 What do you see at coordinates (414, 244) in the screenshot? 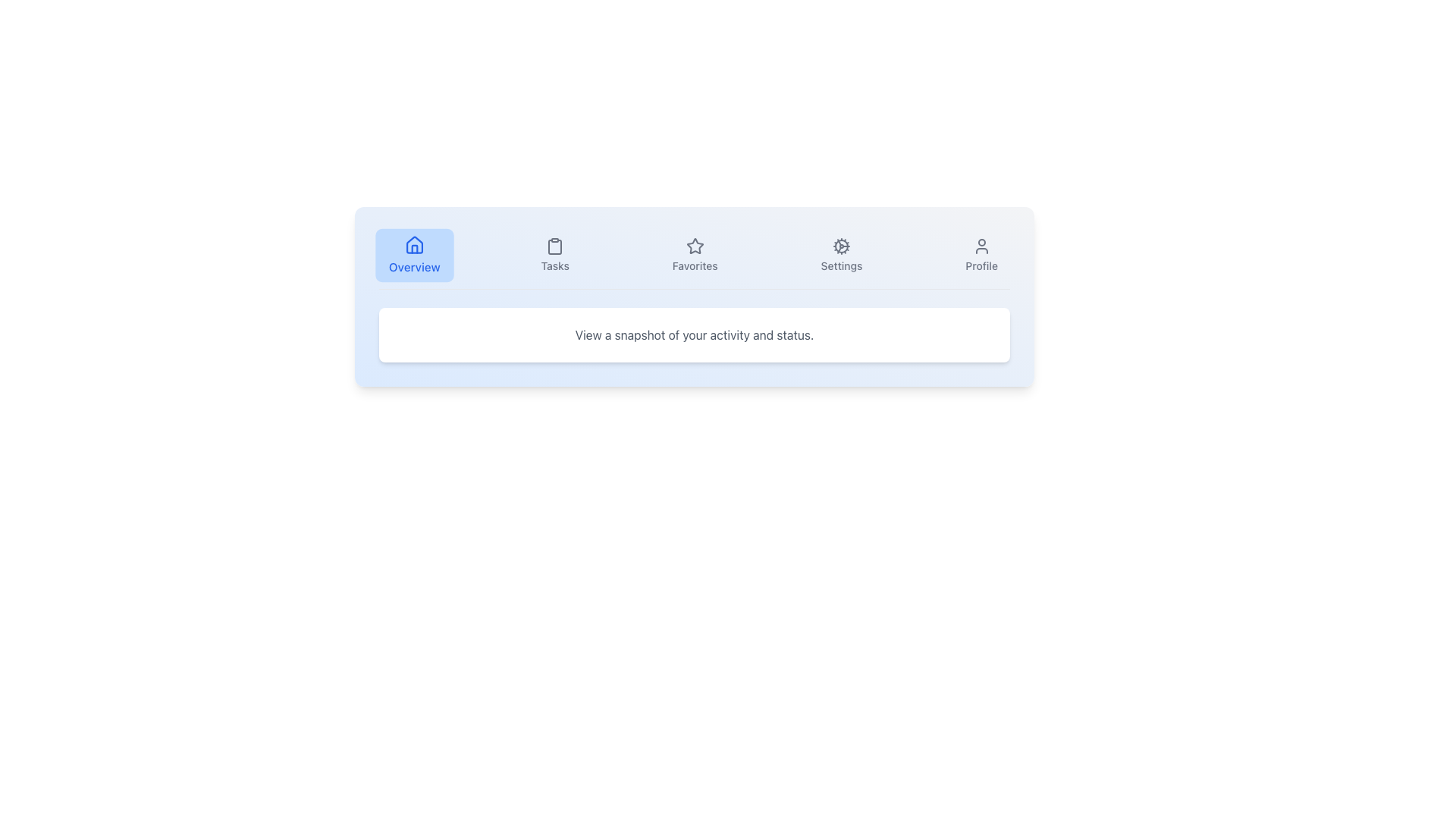
I see `the house icon located at the top of the Overview button in the horizontal navigation bar` at bounding box center [414, 244].